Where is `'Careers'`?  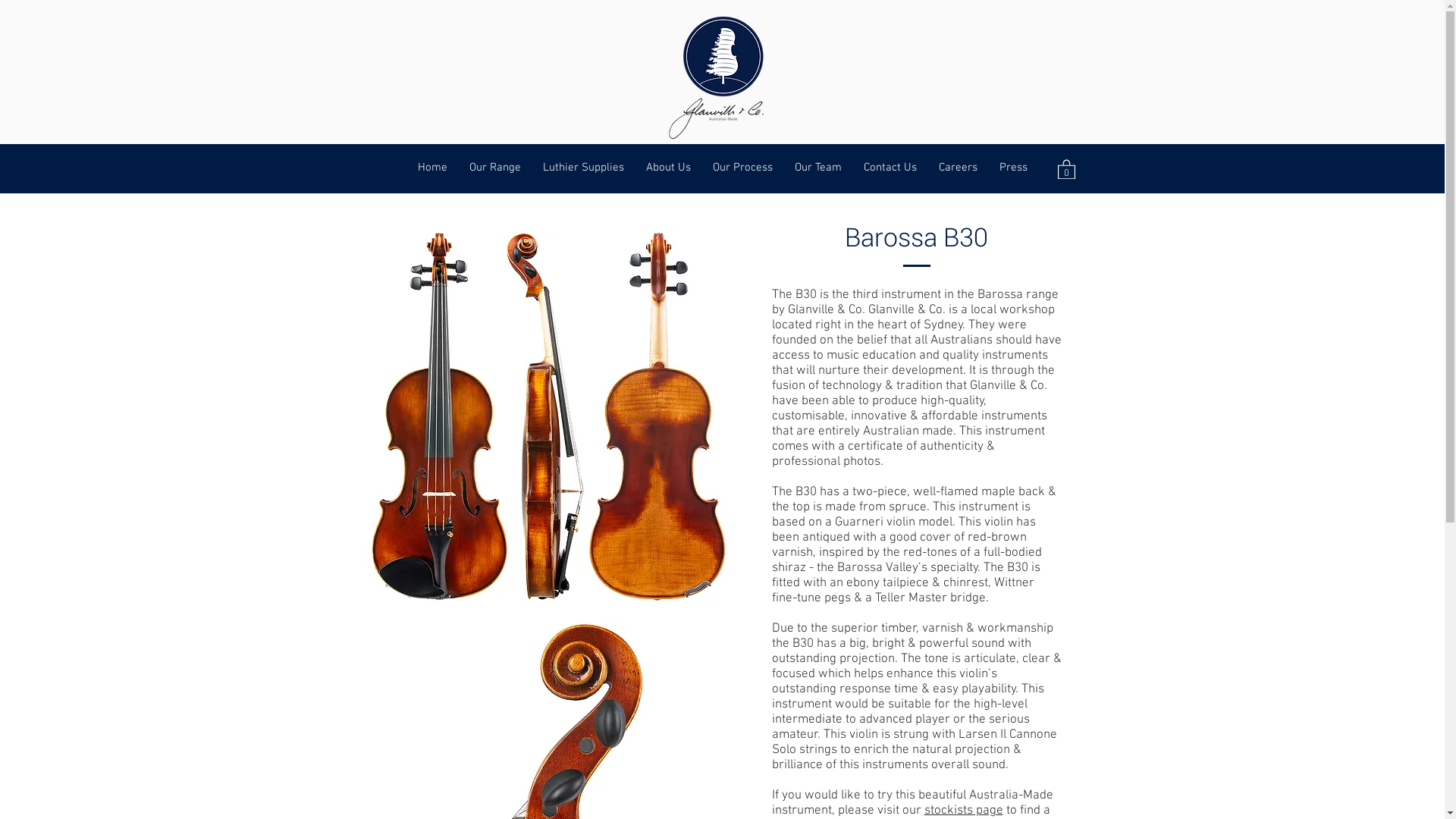
'Careers' is located at coordinates (957, 167).